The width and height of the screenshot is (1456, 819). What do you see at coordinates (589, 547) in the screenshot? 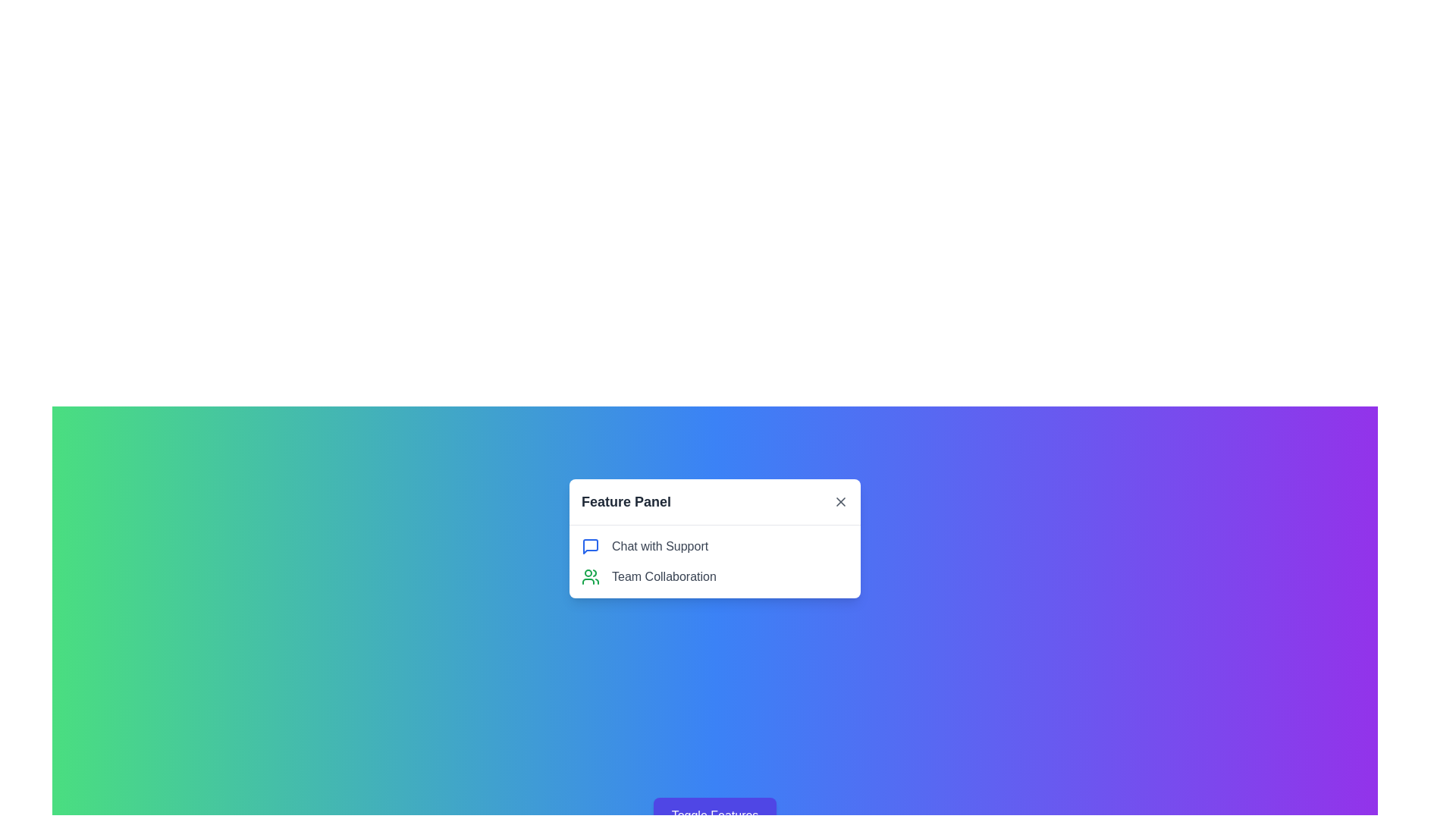
I see `the 'Chat with Support' icon located near the top left corner of the feature panel` at bounding box center [589, 547].